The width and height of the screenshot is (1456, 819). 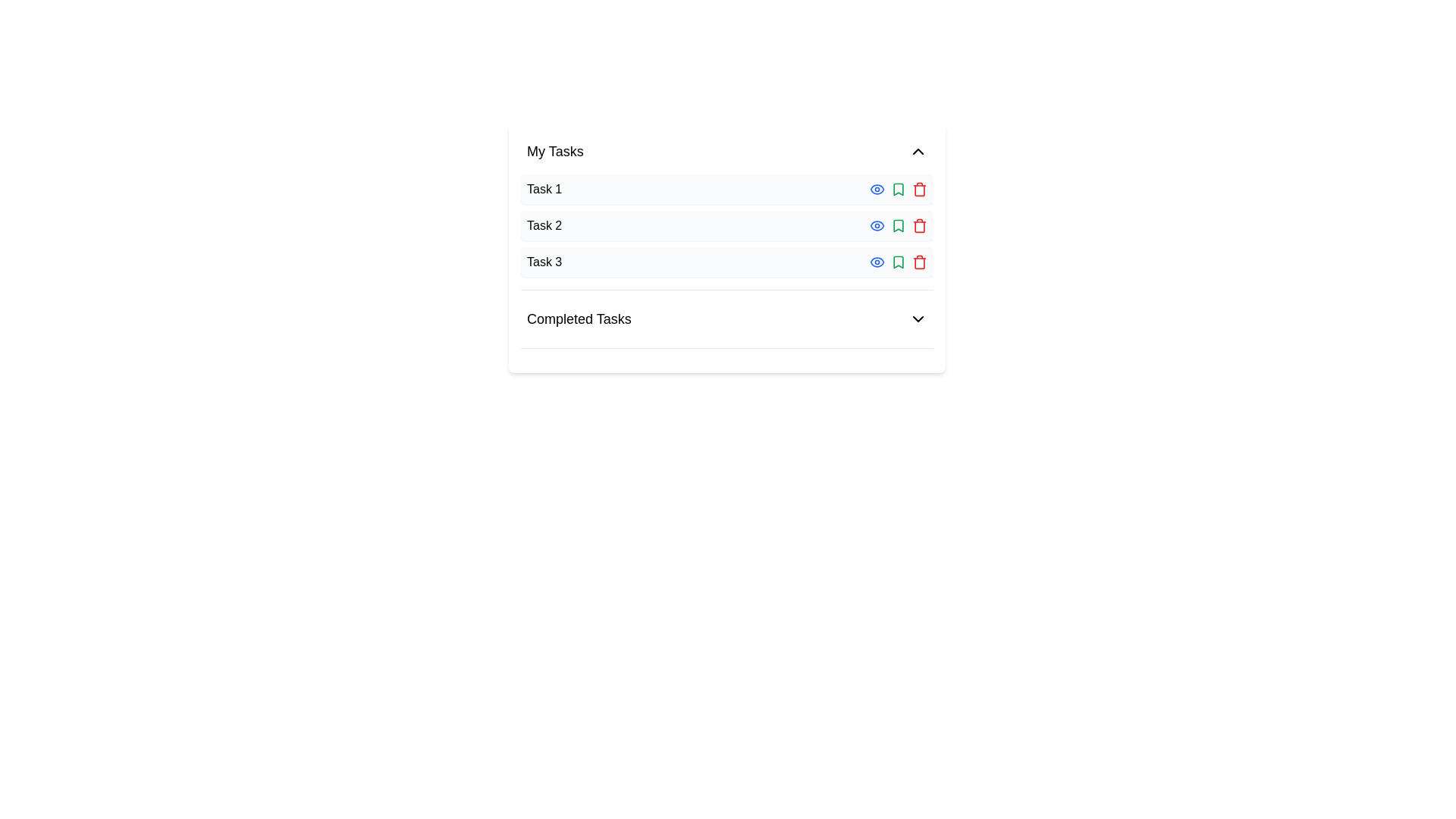 I want to click on the bookmark icon in the third row of the task list interface, located in the right-hand column beside the blue eye icon and left to the red trash can icon, so click(x=899, y=262).